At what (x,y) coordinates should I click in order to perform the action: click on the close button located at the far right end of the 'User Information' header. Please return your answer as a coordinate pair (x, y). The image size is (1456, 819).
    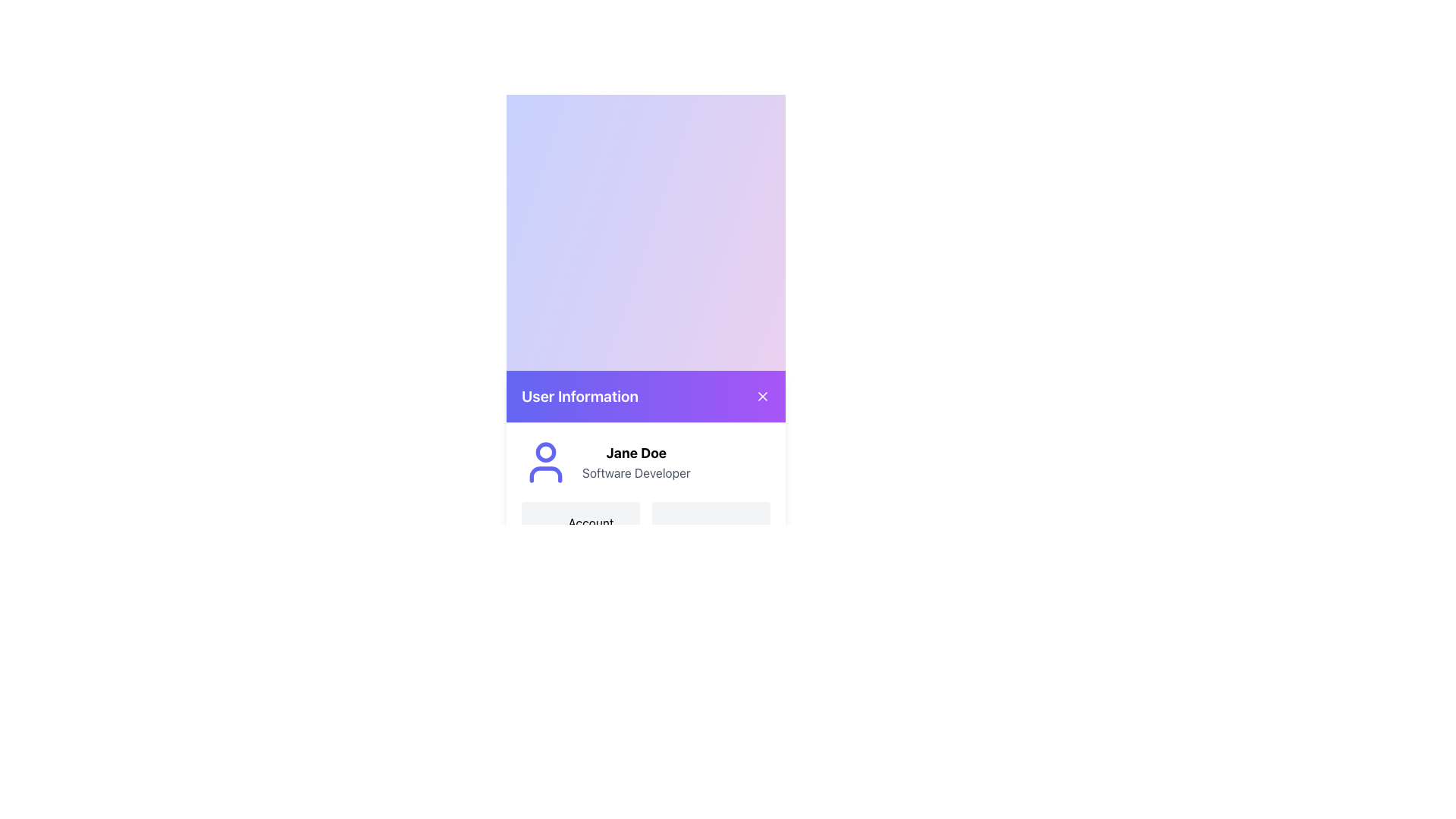
    Looking at the image, I should click on (763, 394).